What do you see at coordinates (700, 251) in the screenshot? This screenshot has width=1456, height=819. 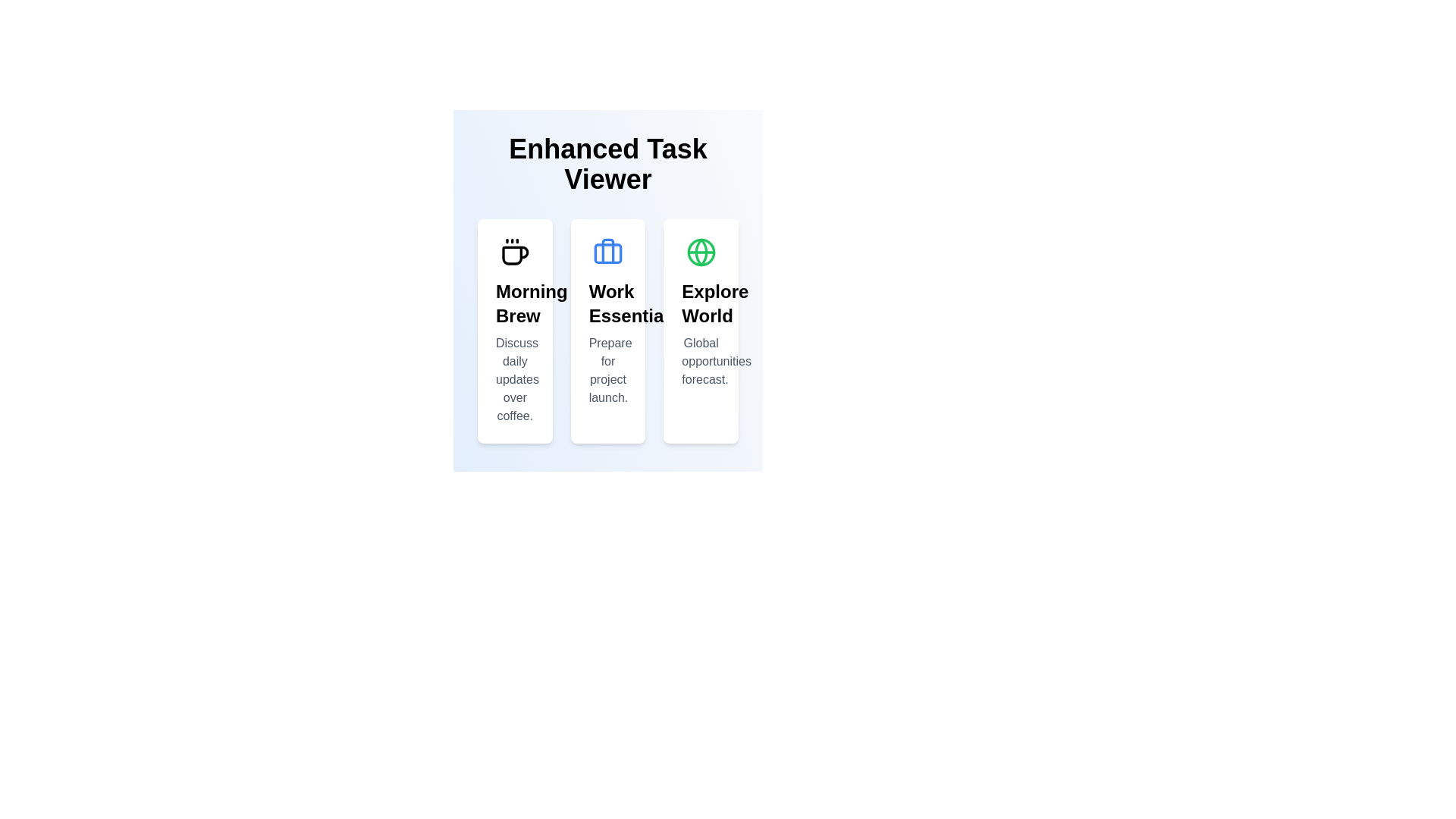 I see `the green globe icon representing Earth, which is located at the top center of the card labeled 'Explore World'` at bounding box center [700, 251].